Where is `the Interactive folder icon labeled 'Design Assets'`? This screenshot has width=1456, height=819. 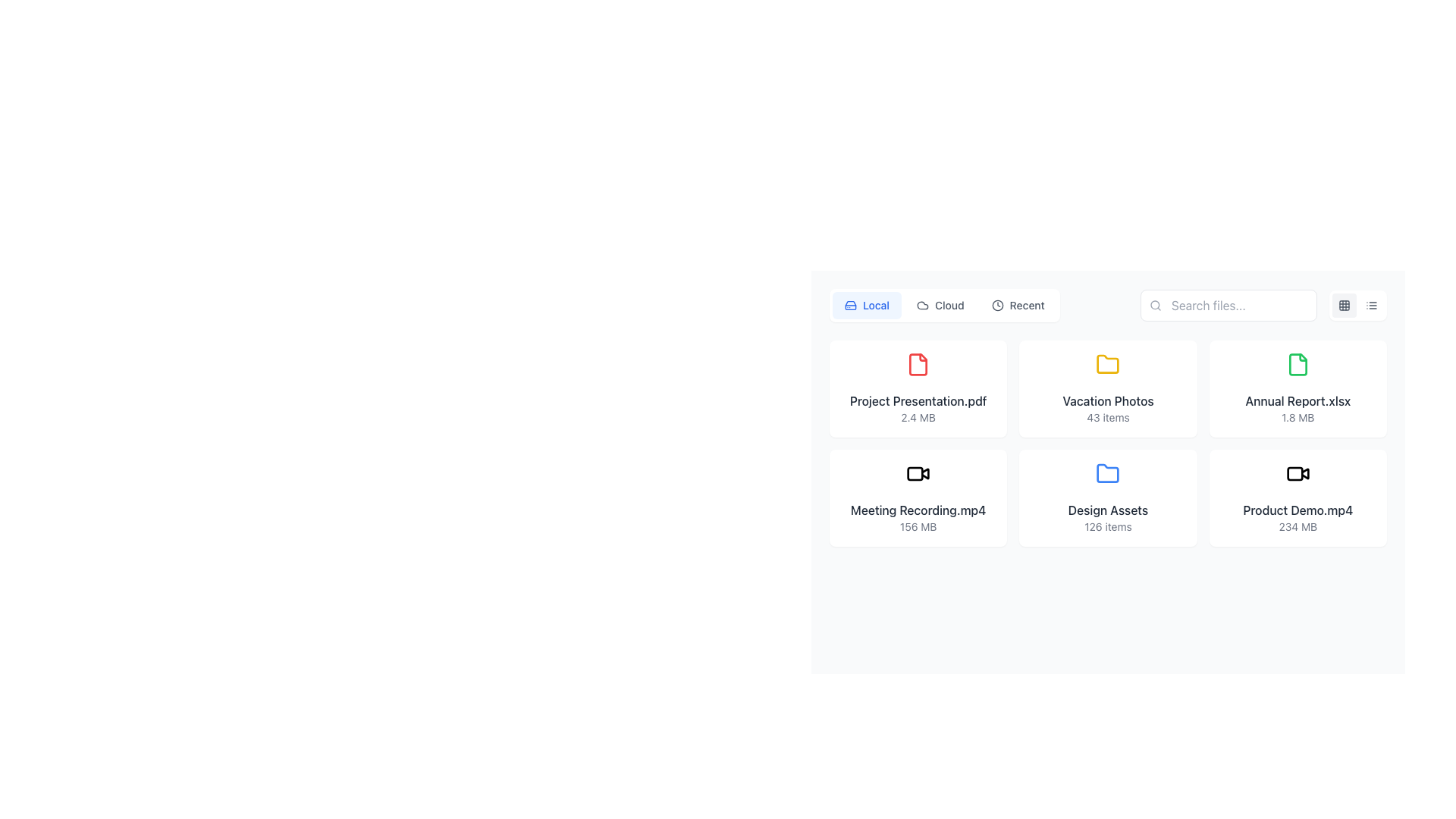
the Interactive folder icon labeled 'Design Assets' is located at coordinates (1108, 497).